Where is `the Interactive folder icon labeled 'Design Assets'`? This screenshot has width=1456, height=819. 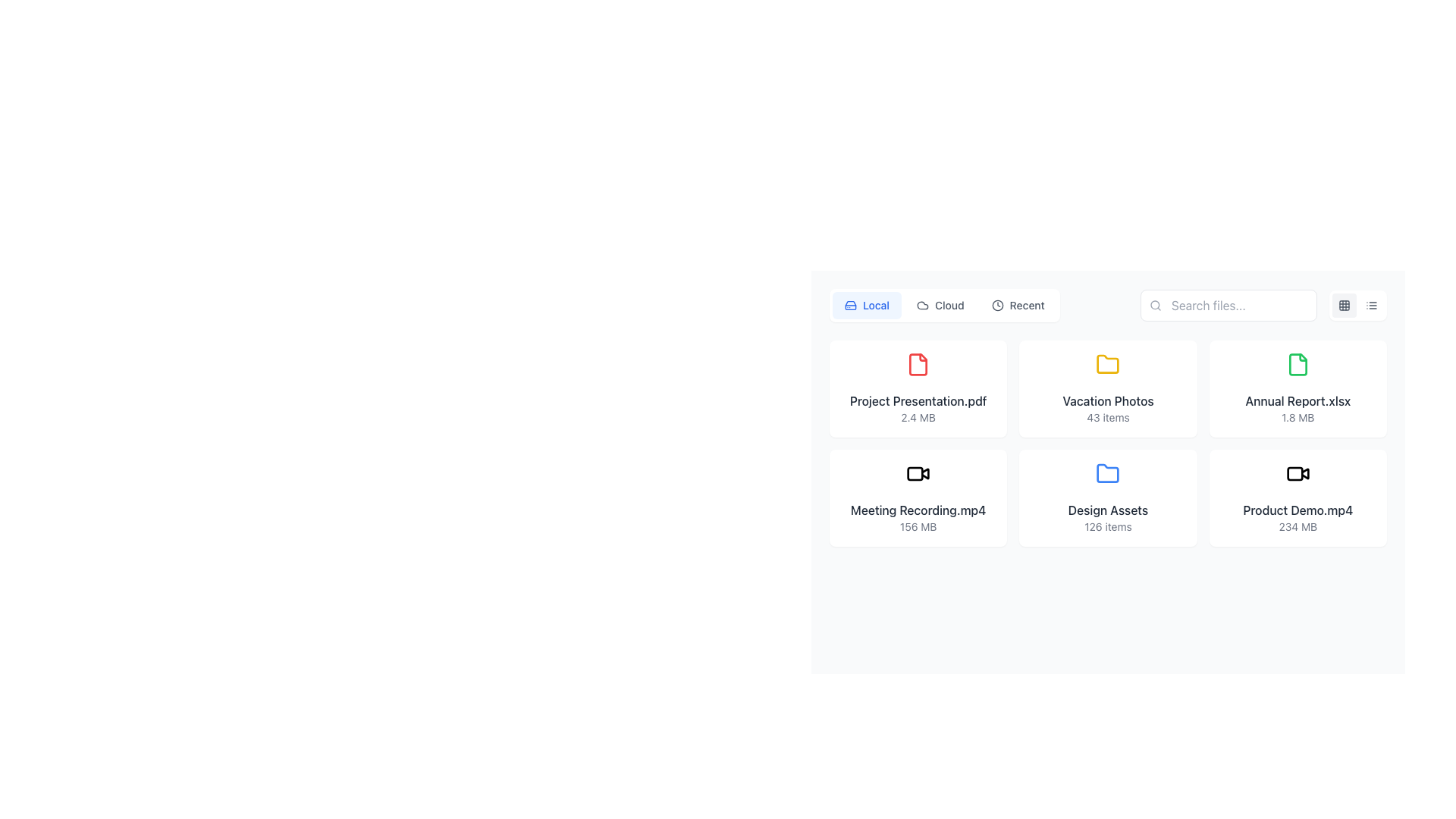
the Interactive folder icon labeled 'Design Assets' is located at coordinates (1108, 497).